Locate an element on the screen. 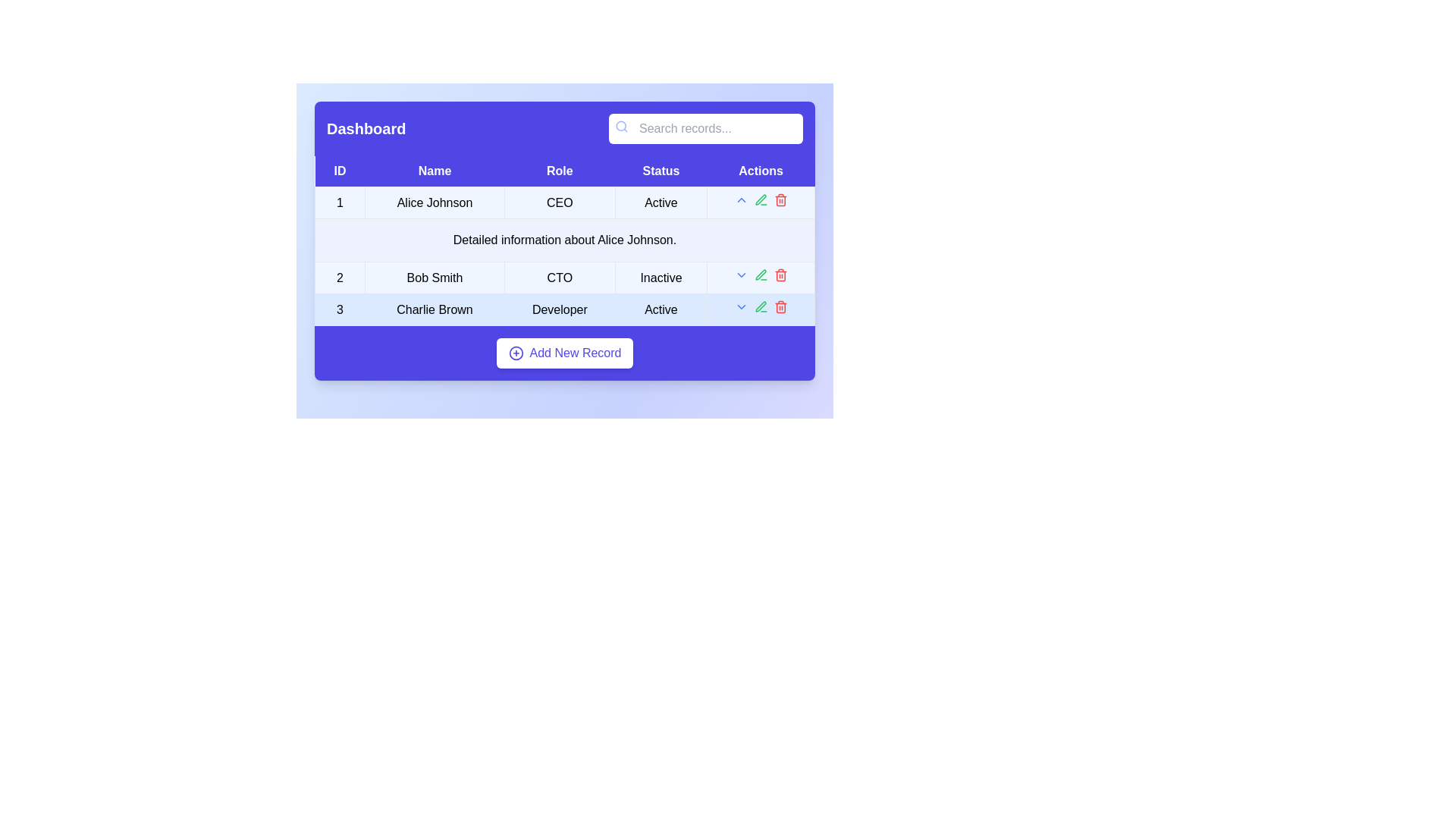 The height and width of the screenshot is (819, 1456). the green pencil icon button in the 'Actions' column of the 'Alice Johnson' row, which is the second icon from the left is located at coordinates (761, 202).